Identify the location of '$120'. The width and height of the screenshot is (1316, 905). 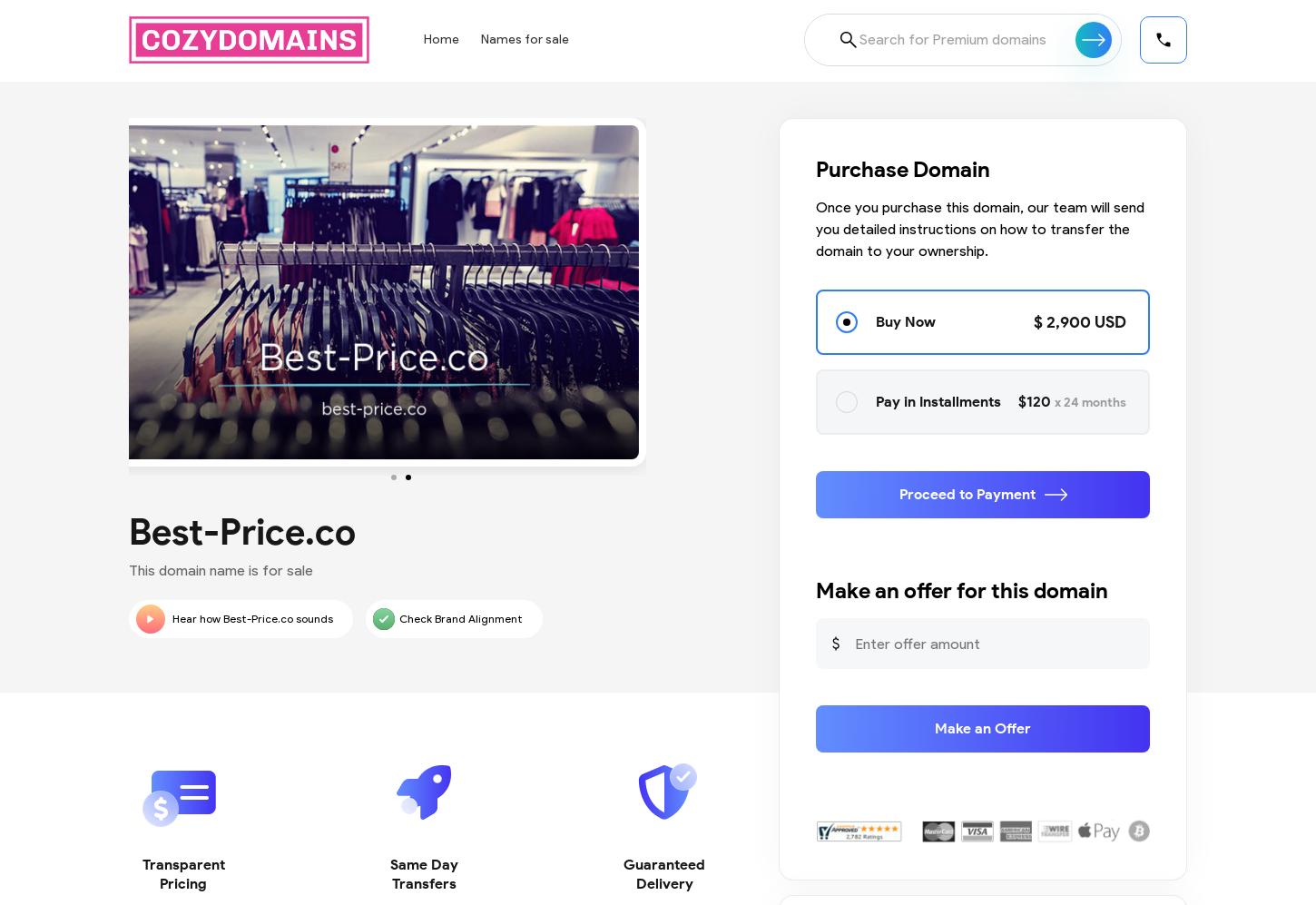
(1036, 400).